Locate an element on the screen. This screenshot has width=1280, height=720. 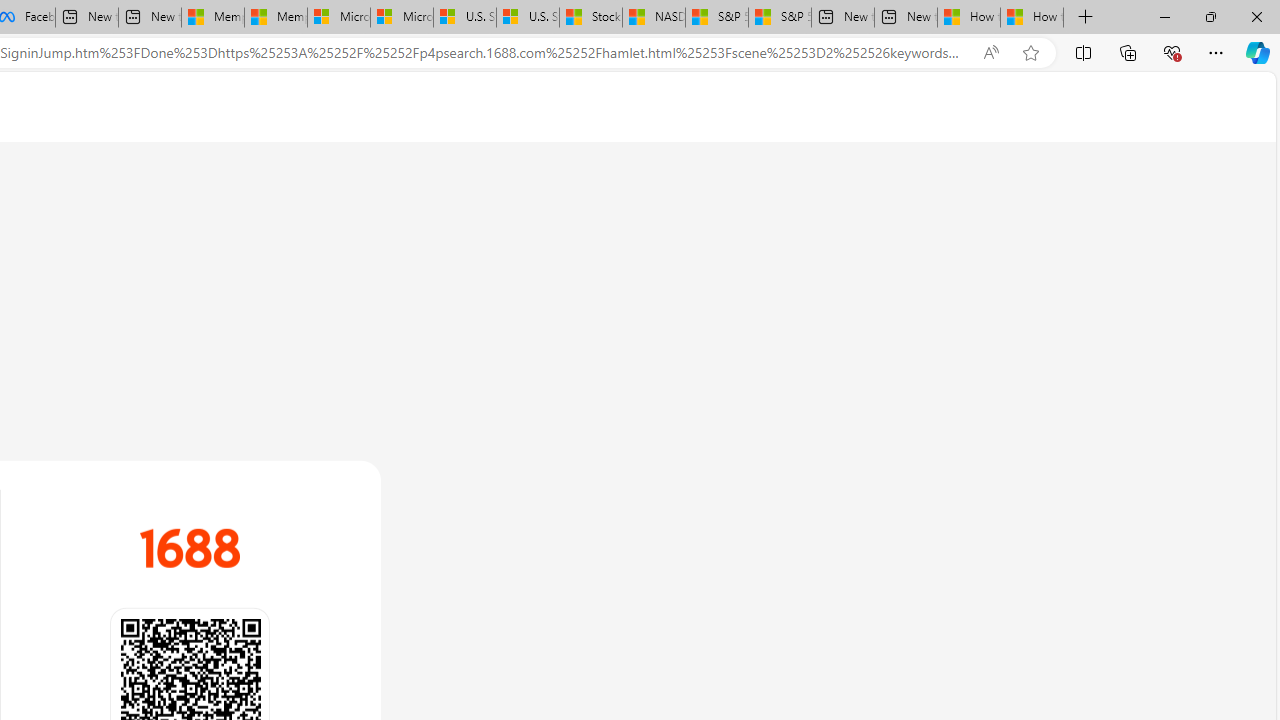
'How to Use a Monitor With Your Closed Laptop' is located at coordinates (1032, 17).